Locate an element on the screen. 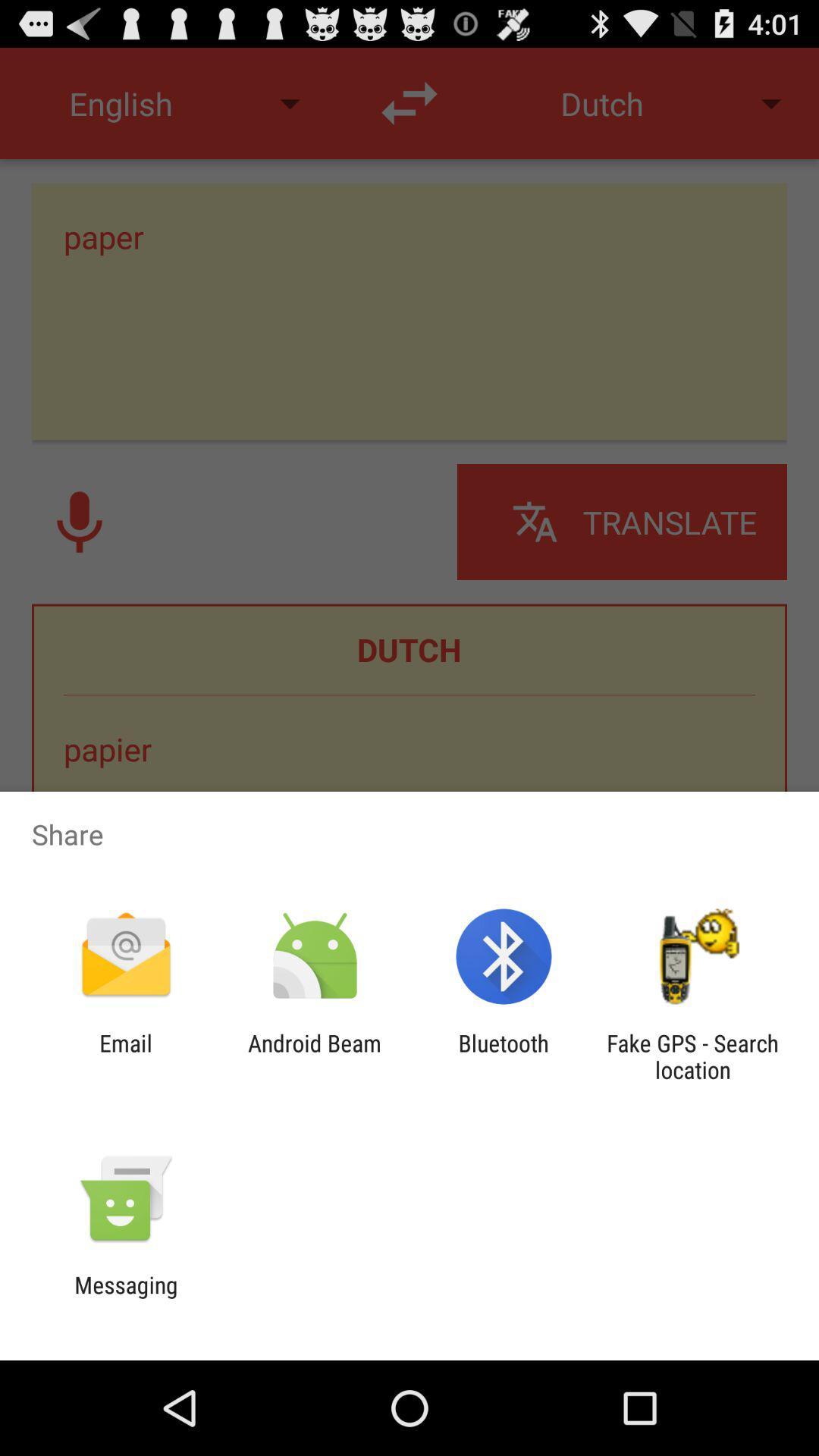  the app to the left of the android beam is located at coordinates (125, 1056).